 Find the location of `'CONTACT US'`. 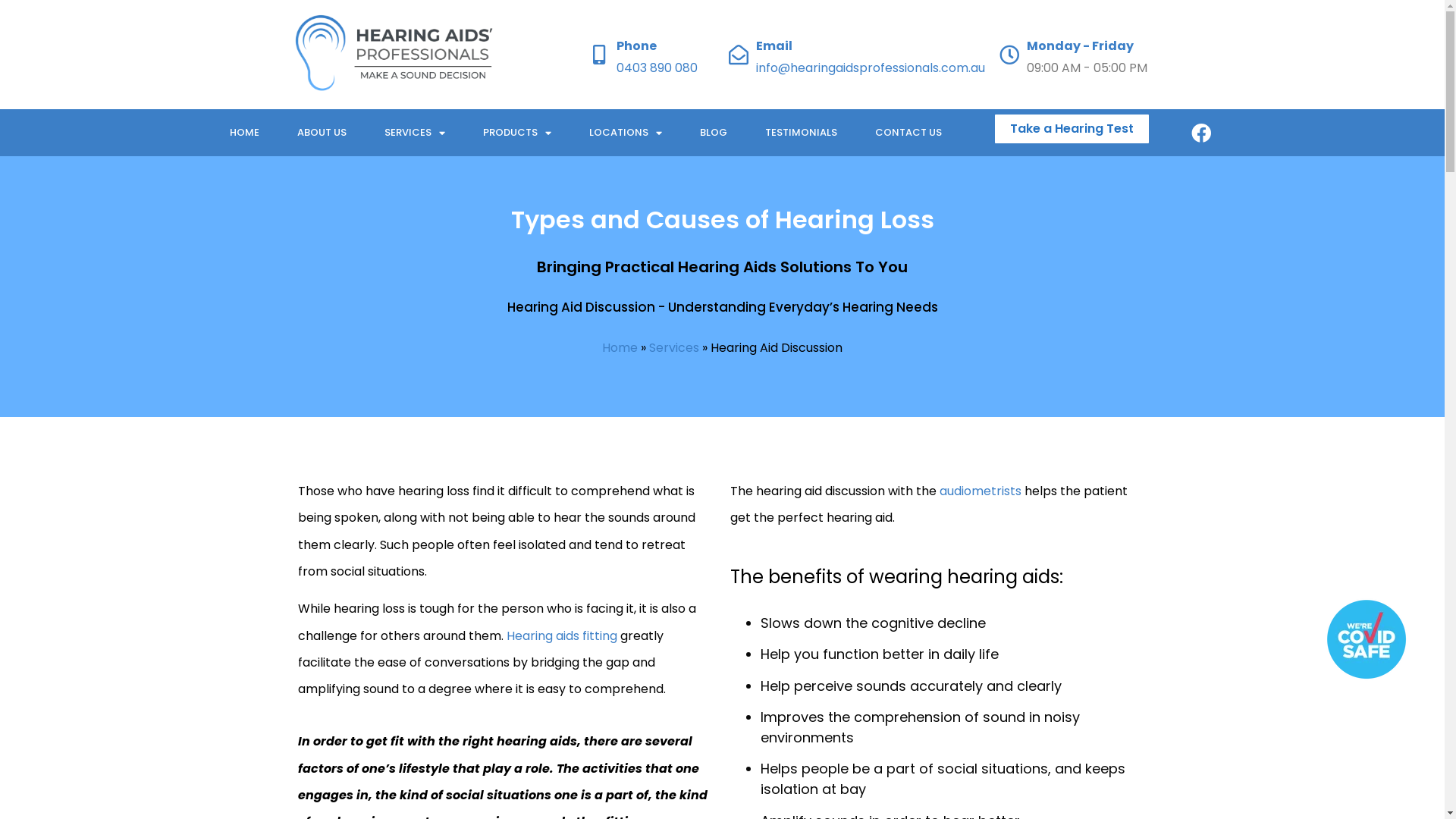

'CONTACT US' is located at coordinates (907, 131).